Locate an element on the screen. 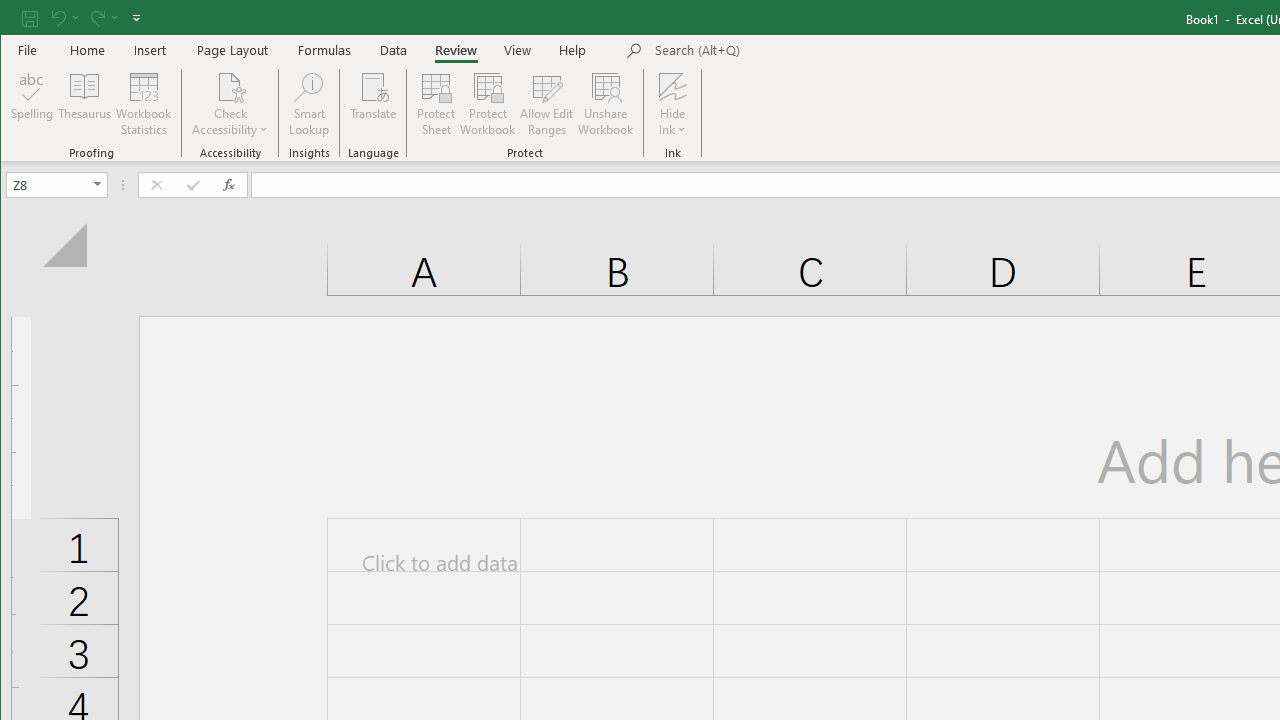 This screenshot has width=1280, height=720. 'Name Box' is located at coordinates (48, 184).